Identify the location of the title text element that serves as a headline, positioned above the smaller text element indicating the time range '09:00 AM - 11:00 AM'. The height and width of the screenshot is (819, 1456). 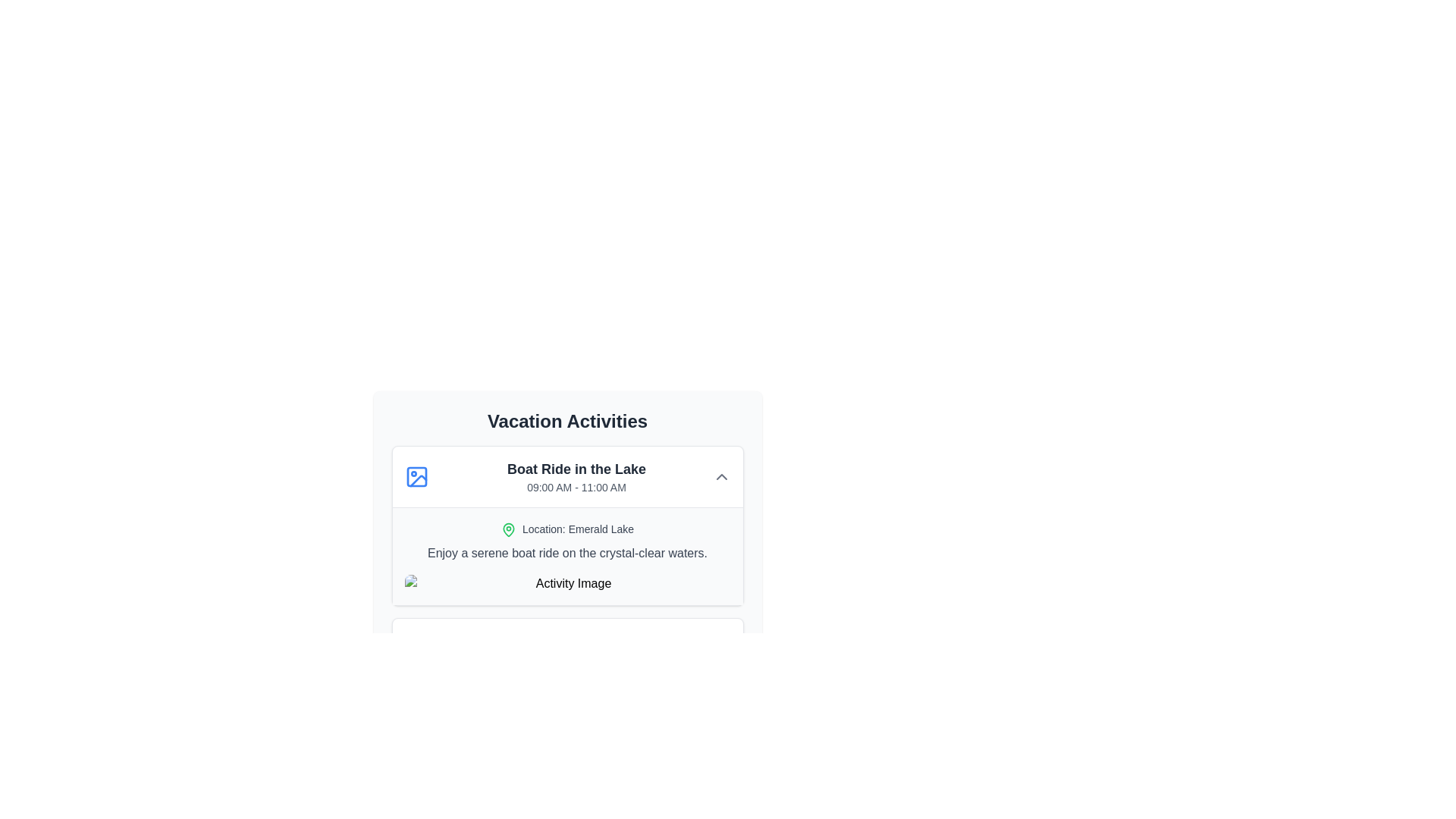
(576, 468).